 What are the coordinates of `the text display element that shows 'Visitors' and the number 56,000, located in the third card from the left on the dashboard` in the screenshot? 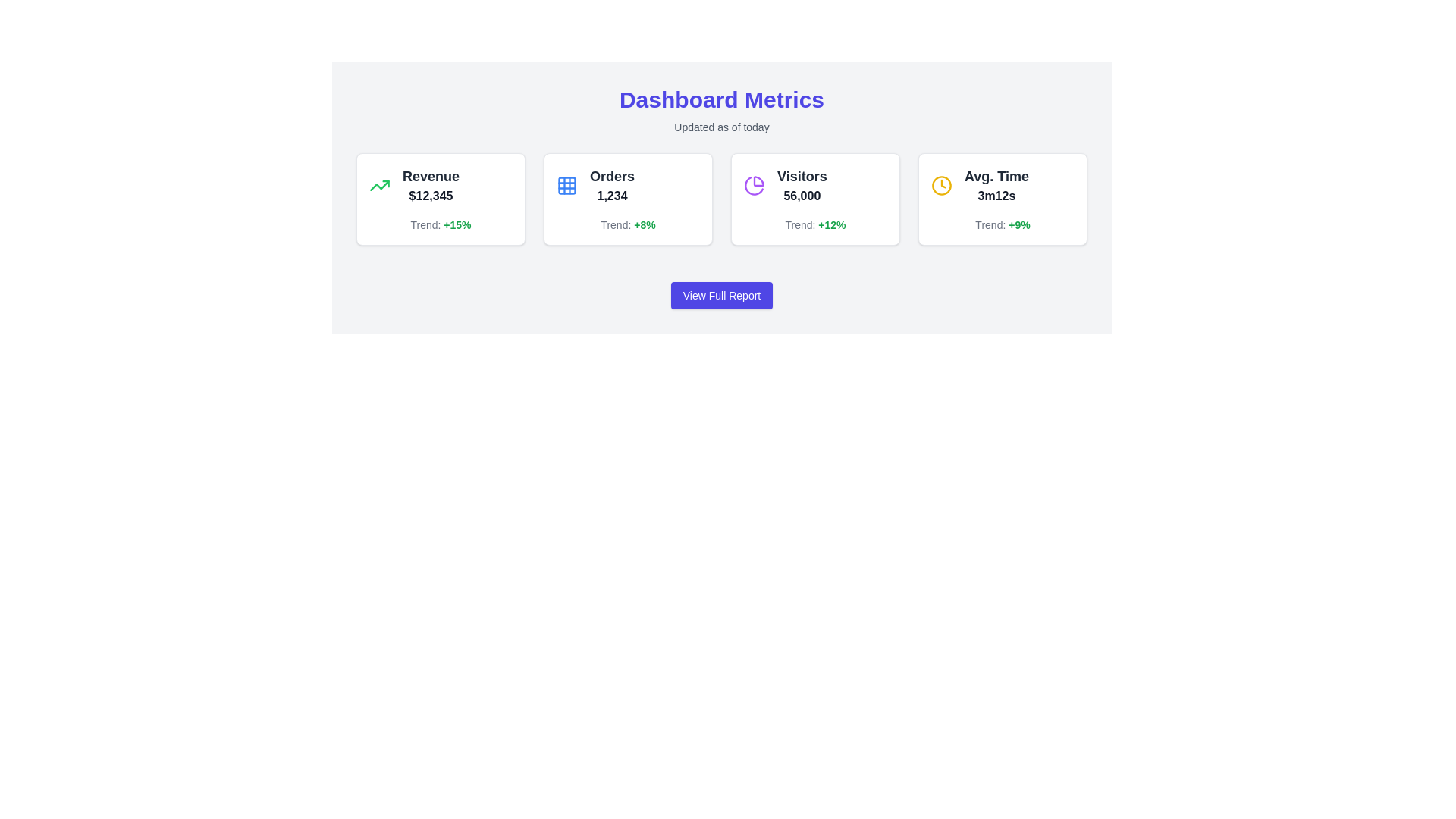 It's located at (801, 185).